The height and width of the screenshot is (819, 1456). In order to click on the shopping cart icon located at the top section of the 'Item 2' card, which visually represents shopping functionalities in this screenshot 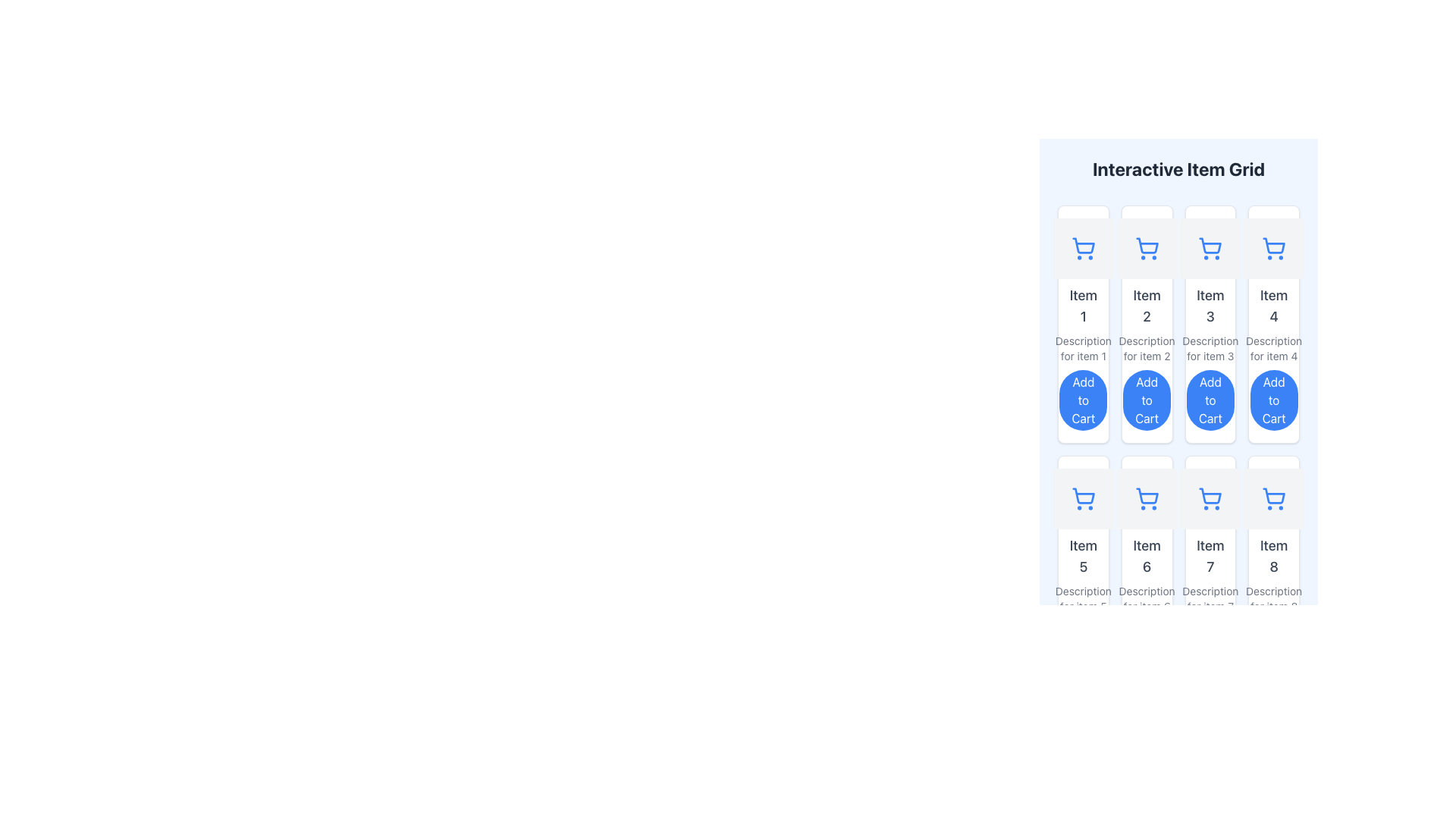, I will do `click(1147, 247)`.